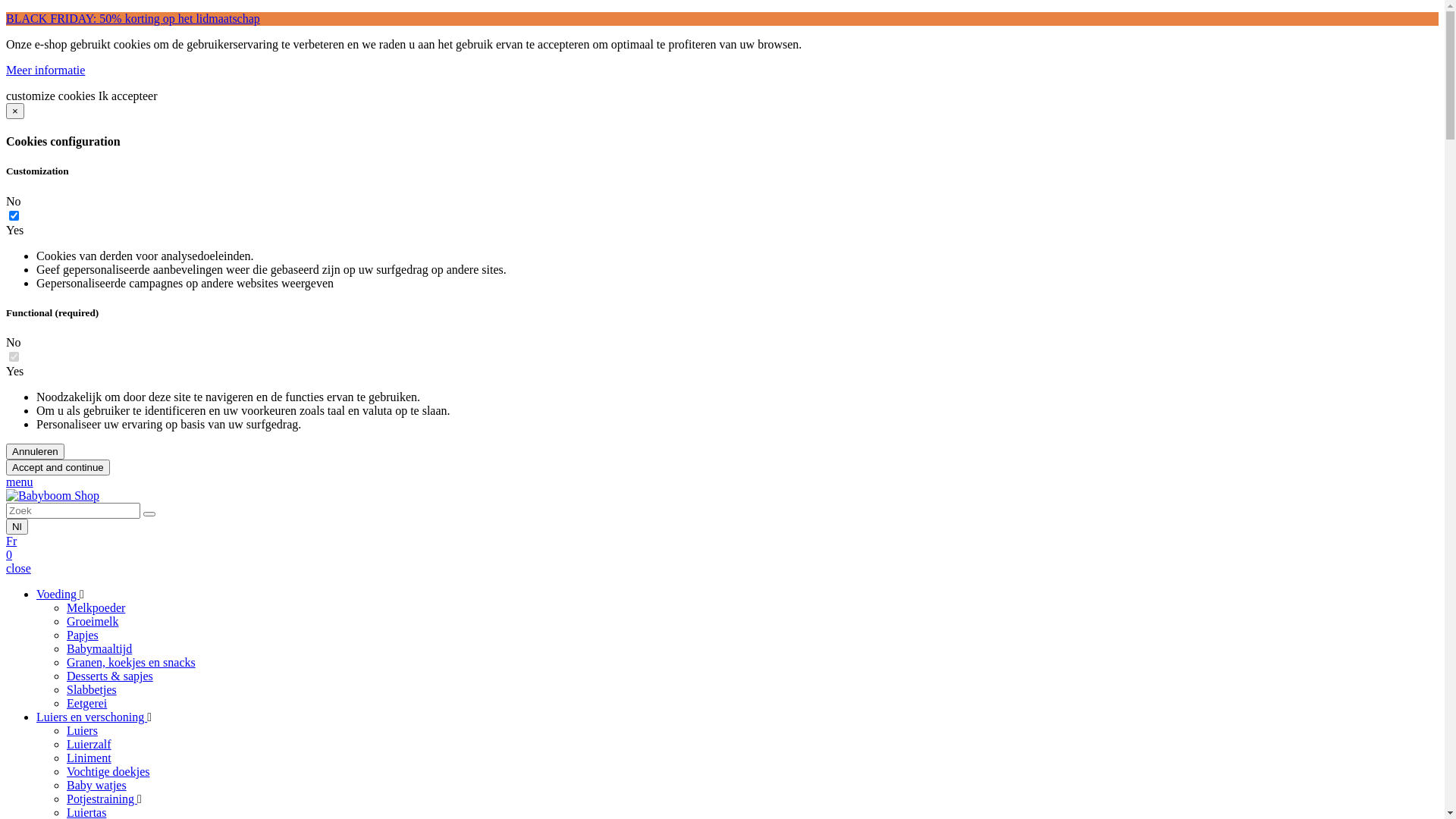 The width and height of the screenshot is (1456, 819). I want to click on 'Papjes', so click(82, 635).